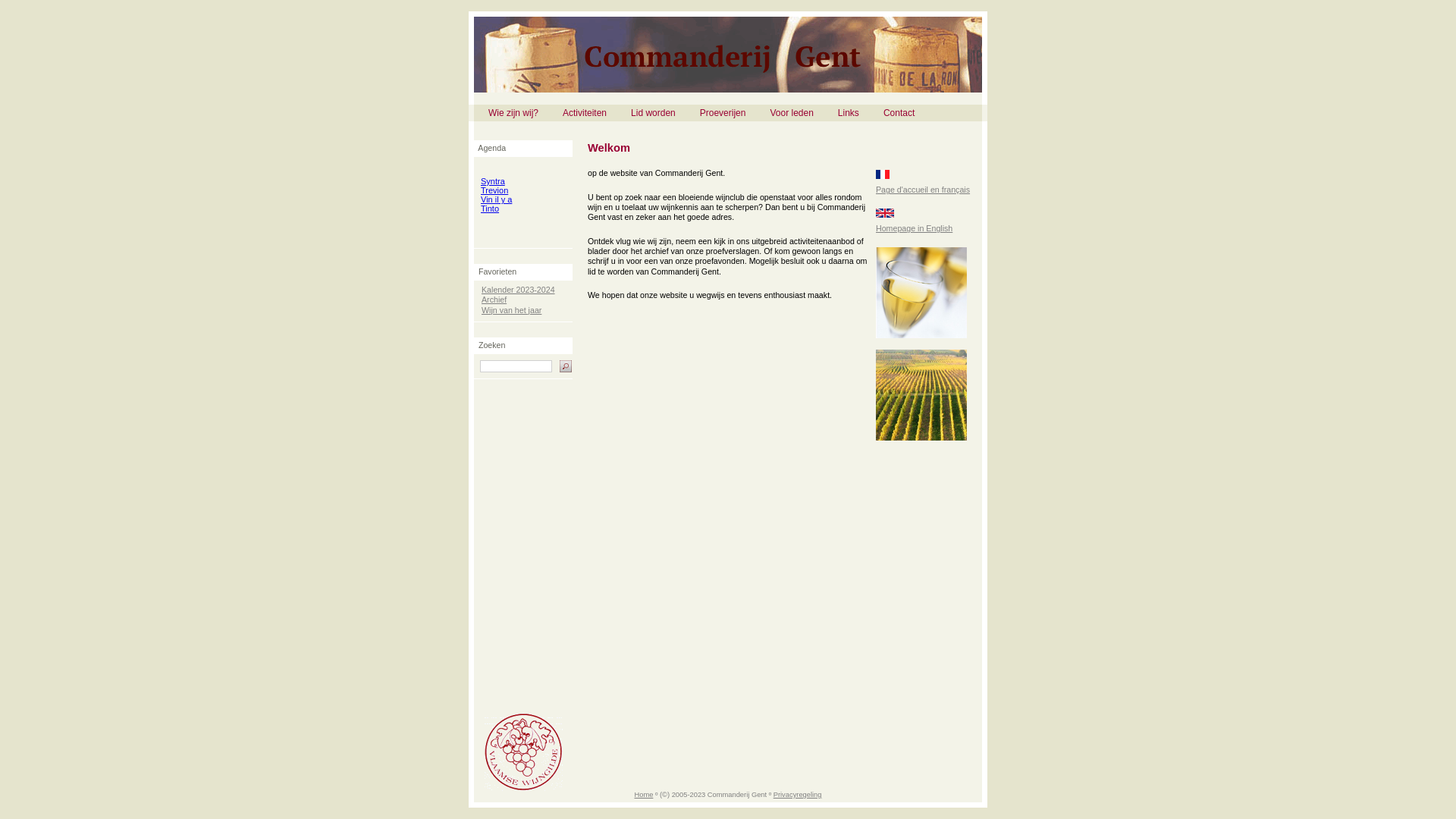  I want to click on 'Privacyregeling', so click(773, 794).